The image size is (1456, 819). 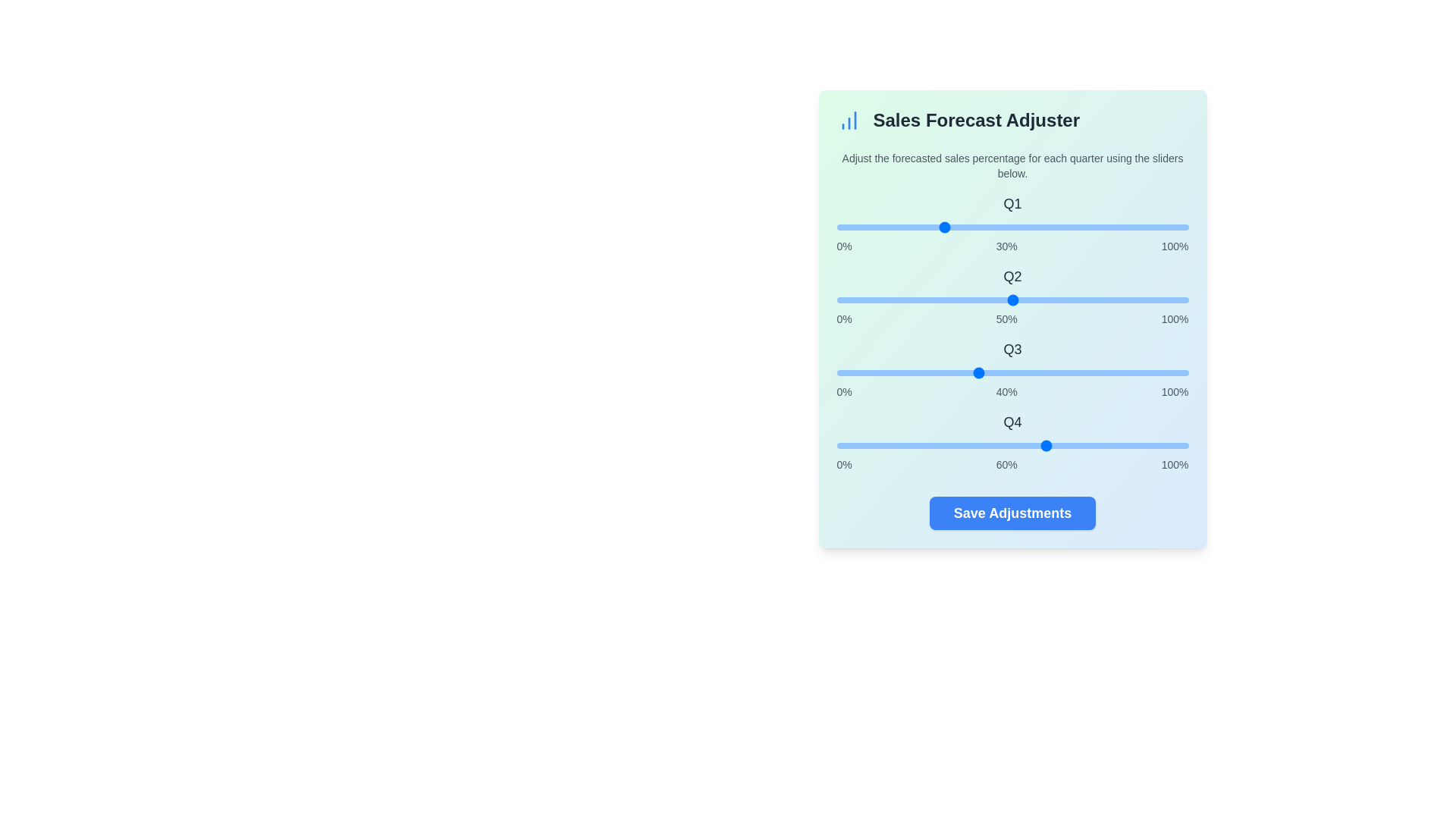 I want to click on the Q3 slider to 97%, so click(x=1177, y=373).